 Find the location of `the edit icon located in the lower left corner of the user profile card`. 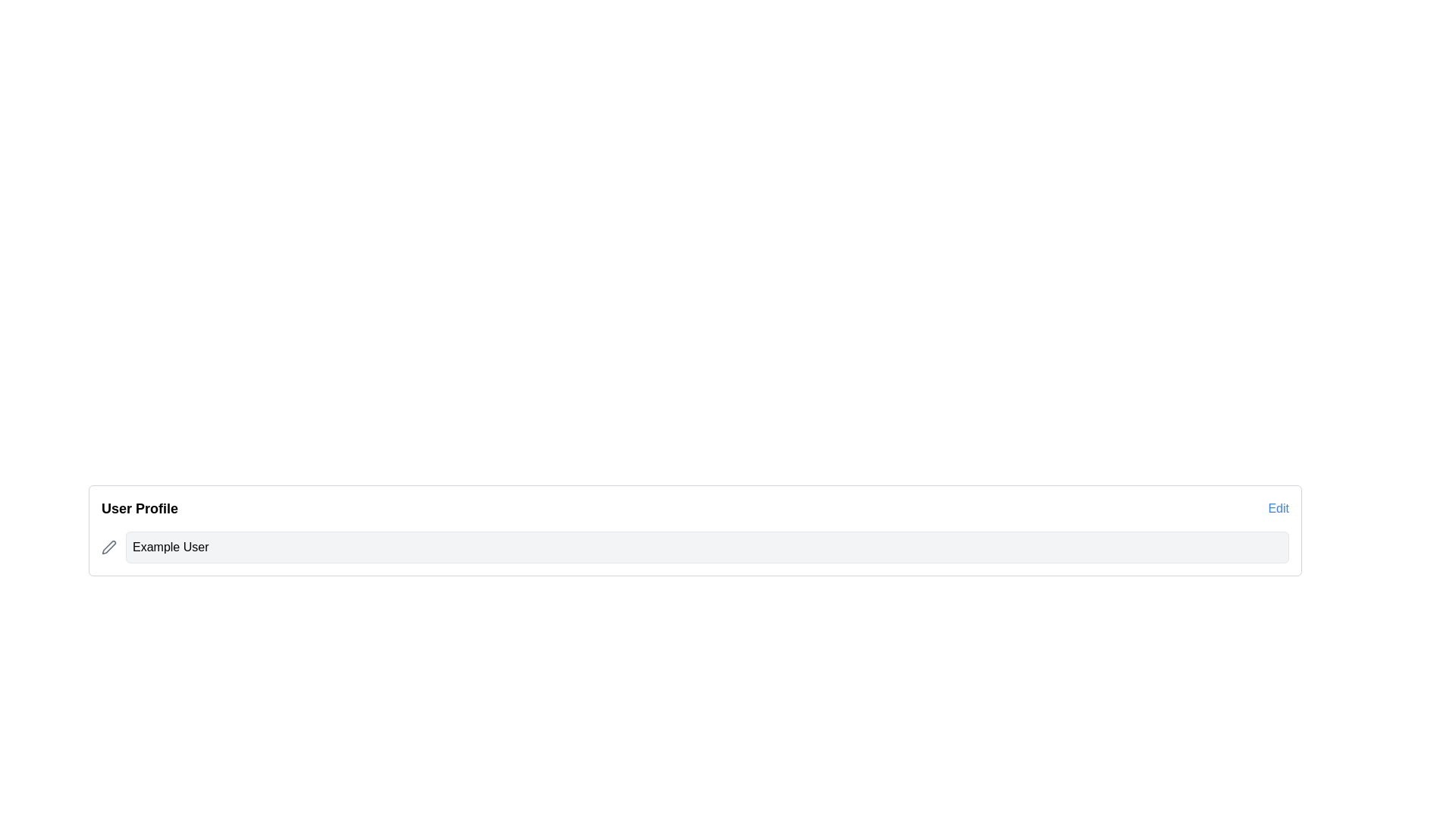

the edit icon located in the lower left corner of the user profile card is located at coordinates (108, 547).